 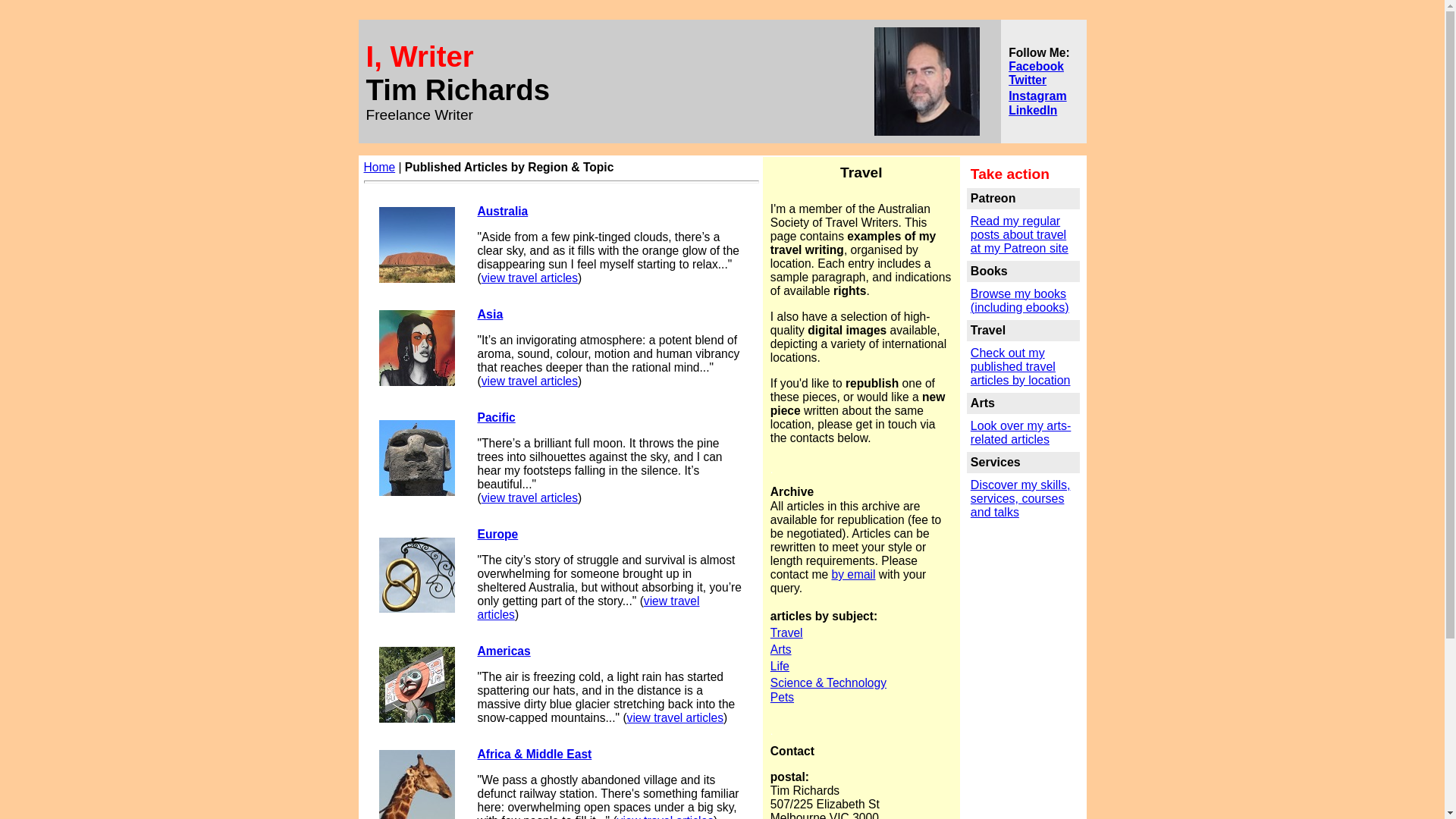 What do you see at coordinates (379, 167) in the screenshot?
I see `'Home'` at bounding box center [379, 167].